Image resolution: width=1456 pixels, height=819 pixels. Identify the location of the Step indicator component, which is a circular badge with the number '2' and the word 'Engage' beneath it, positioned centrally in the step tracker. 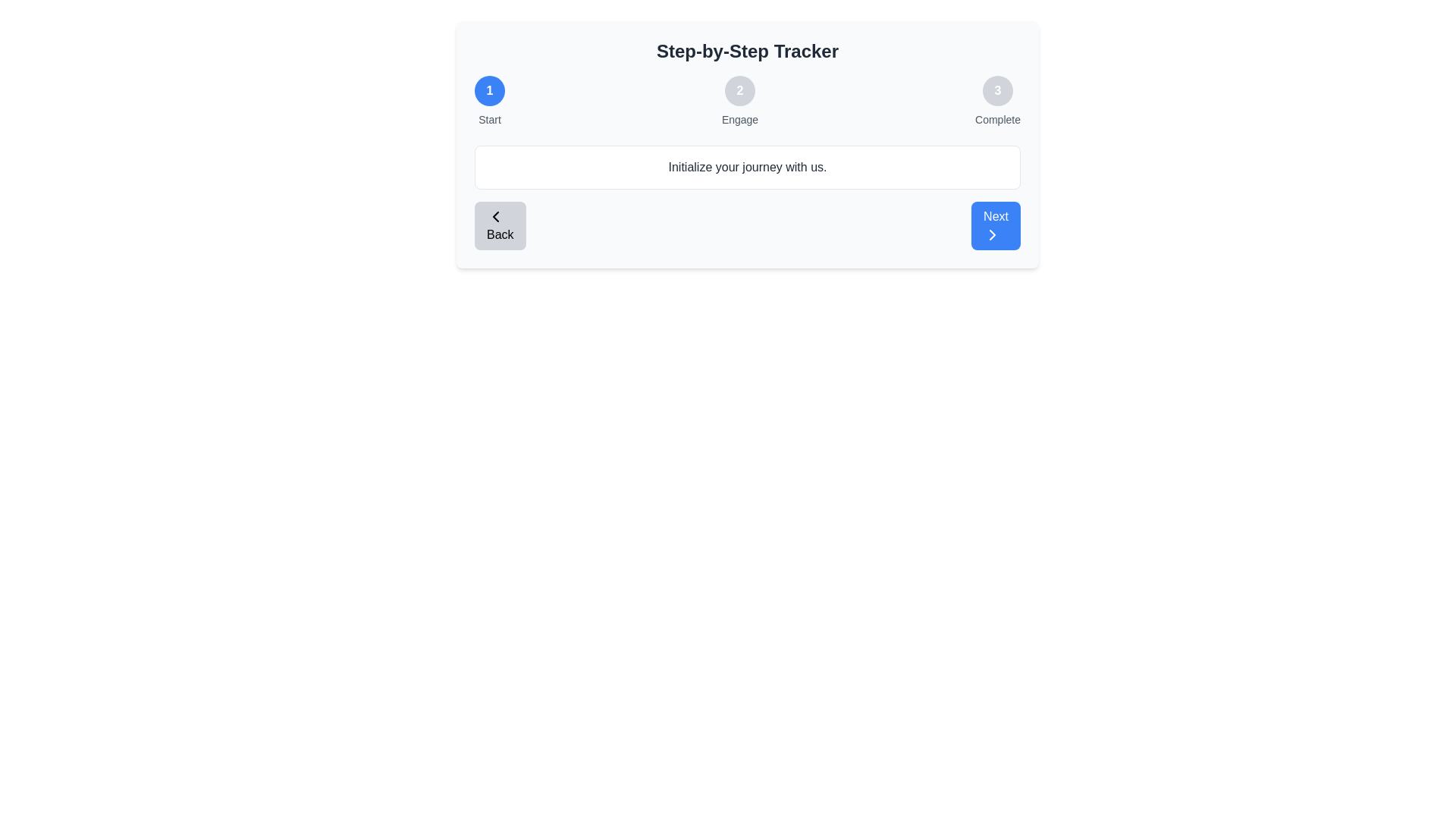
(739, 102).